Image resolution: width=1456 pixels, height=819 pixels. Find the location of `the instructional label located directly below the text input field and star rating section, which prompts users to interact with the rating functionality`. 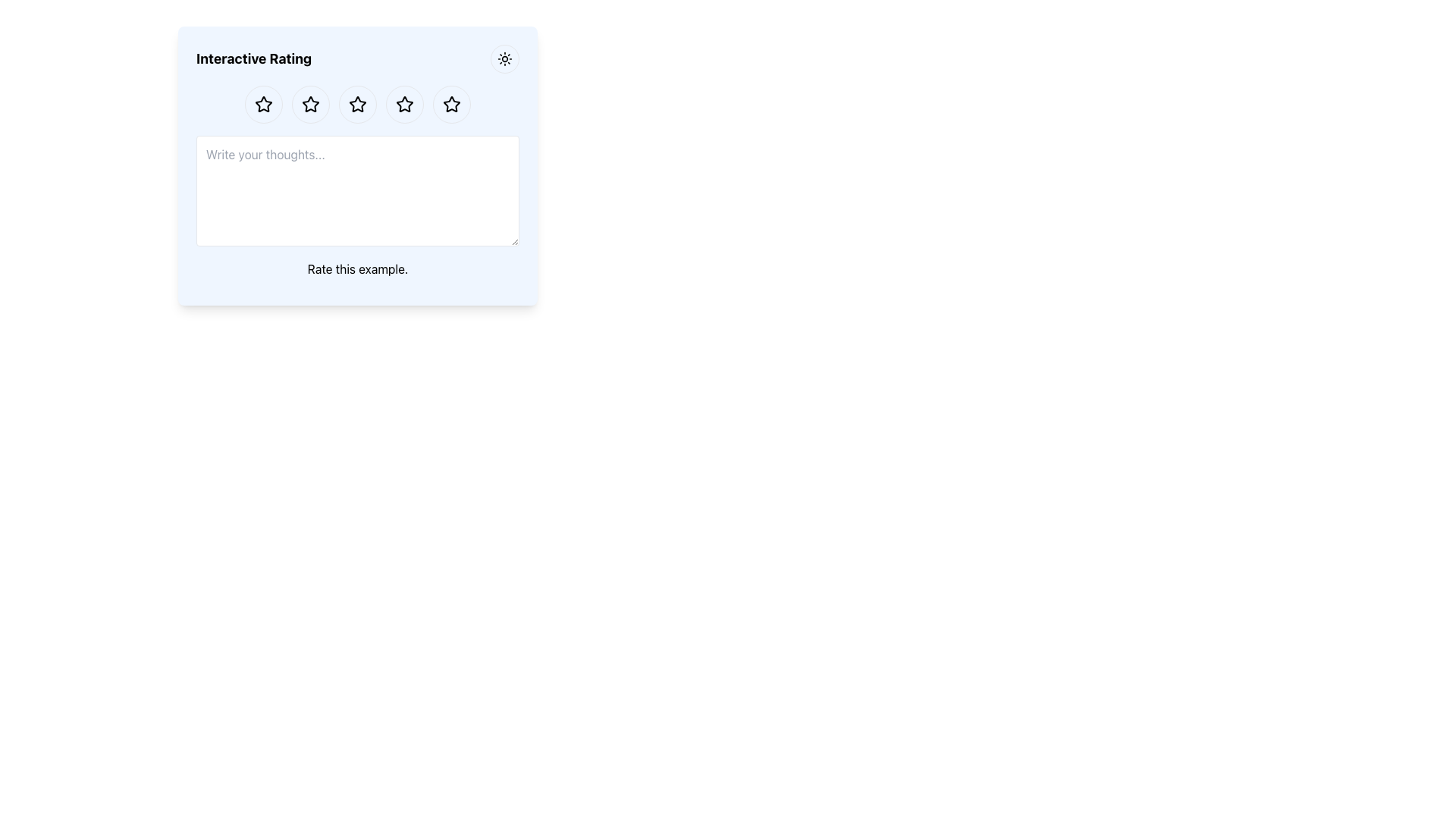

the instructional label located directly below the text input field and star rating section, which prompts users to interact with the rating functionality is located at coordinates (356, 268).